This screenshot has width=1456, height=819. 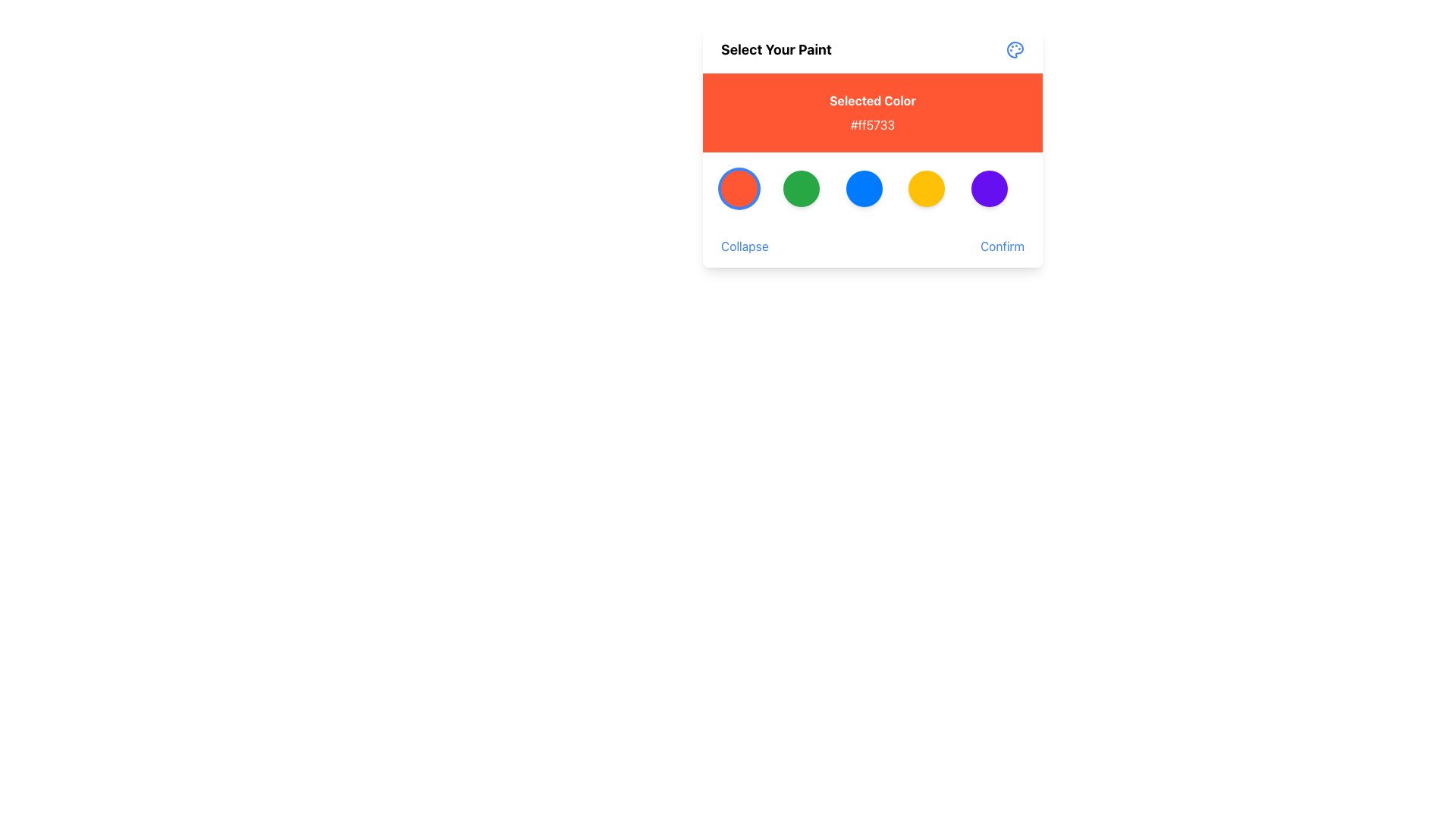 I want to click on the circular interactive button, which is the first in a row of five, distinguished by its vivid orange fill and blue ring, so click(x=739, y=188).